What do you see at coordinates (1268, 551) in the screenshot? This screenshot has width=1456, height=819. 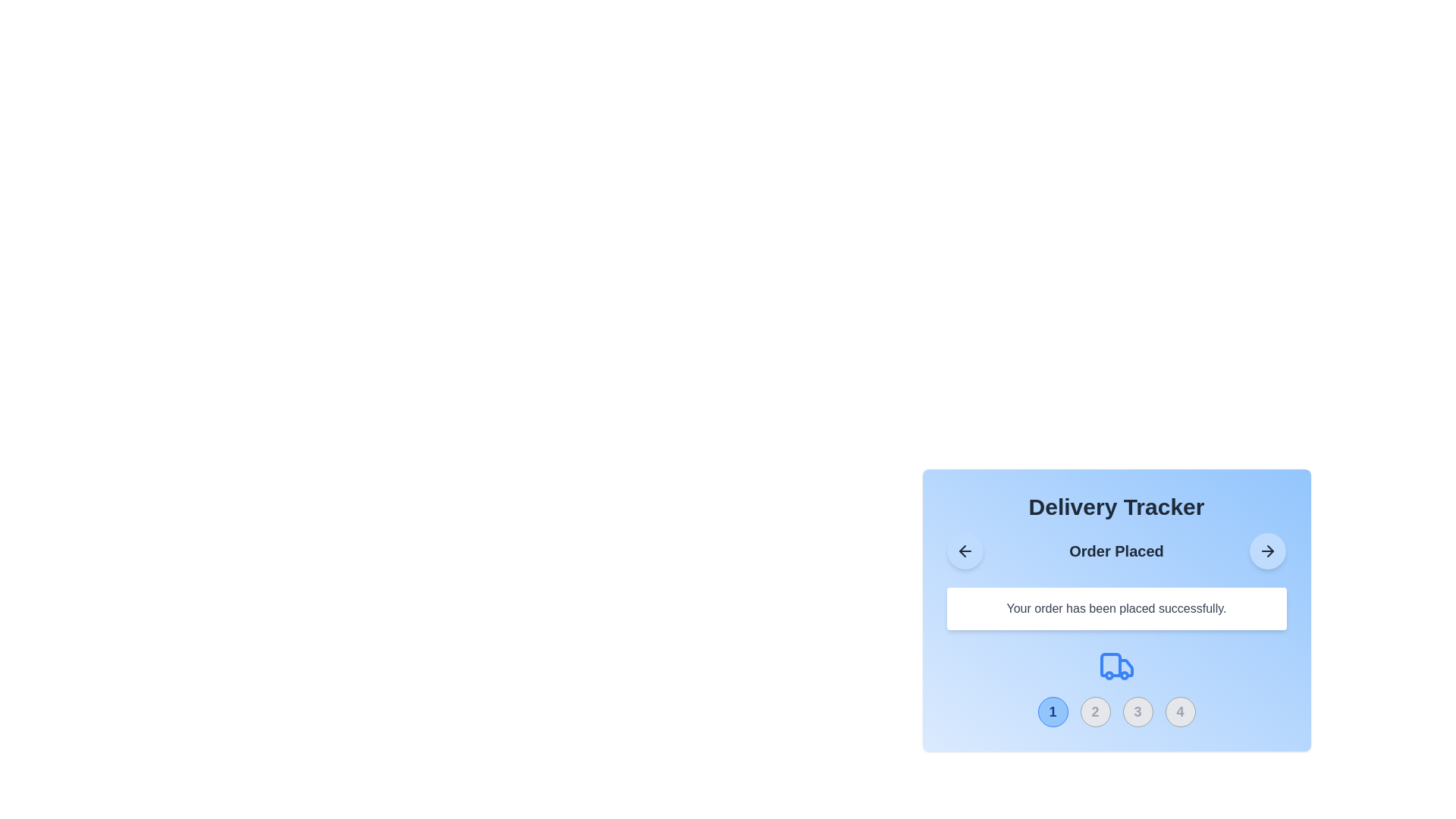 I see `the button located on the far right beside the text 'Order Placed'` at bounding box center [1268, 551].